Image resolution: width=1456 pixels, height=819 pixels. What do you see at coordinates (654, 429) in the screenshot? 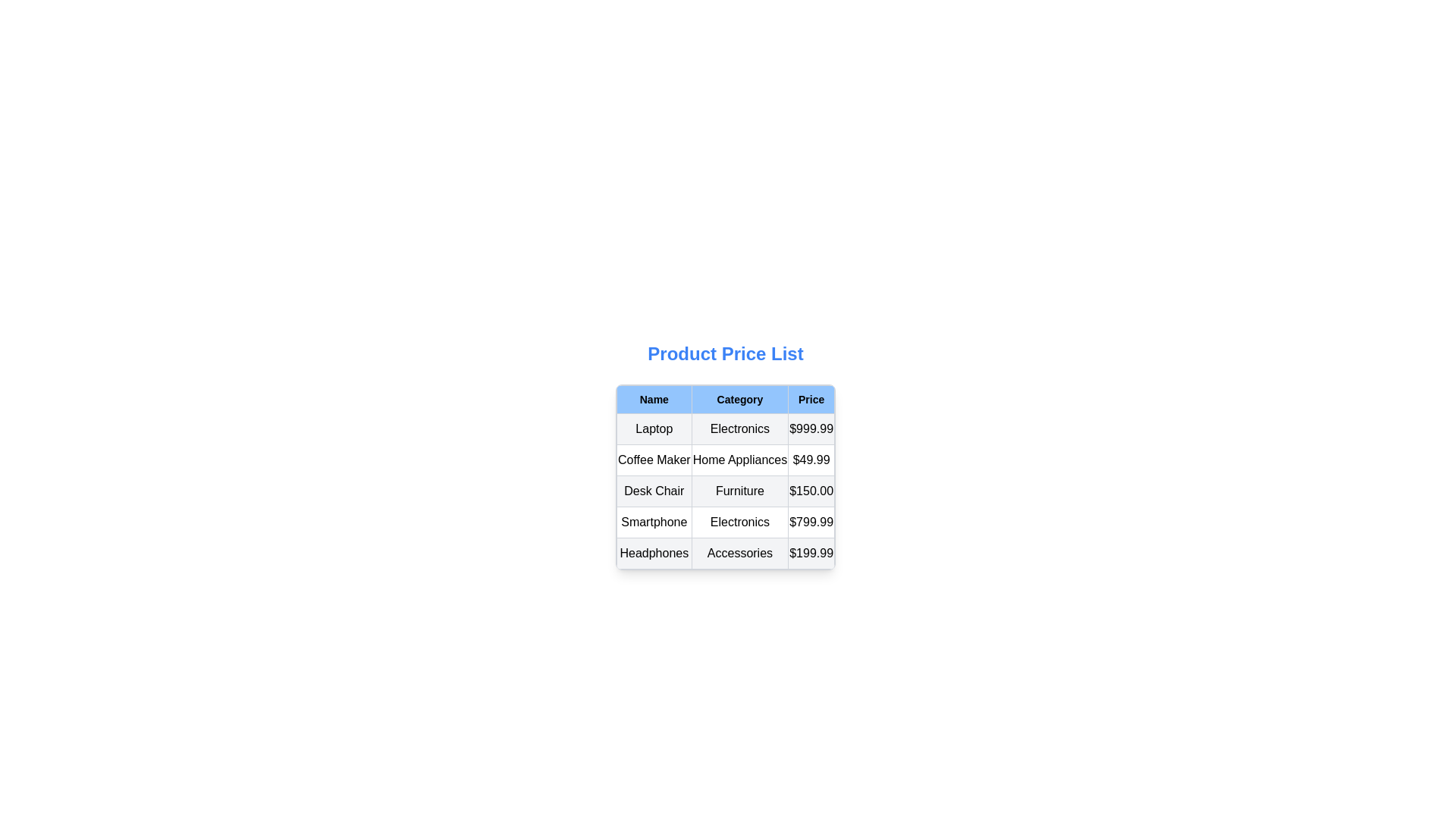
I see `the static text label containing the word 'Laptop' located in the first cell of the 'Name' column in the product table` at bounding box center [654, 429].